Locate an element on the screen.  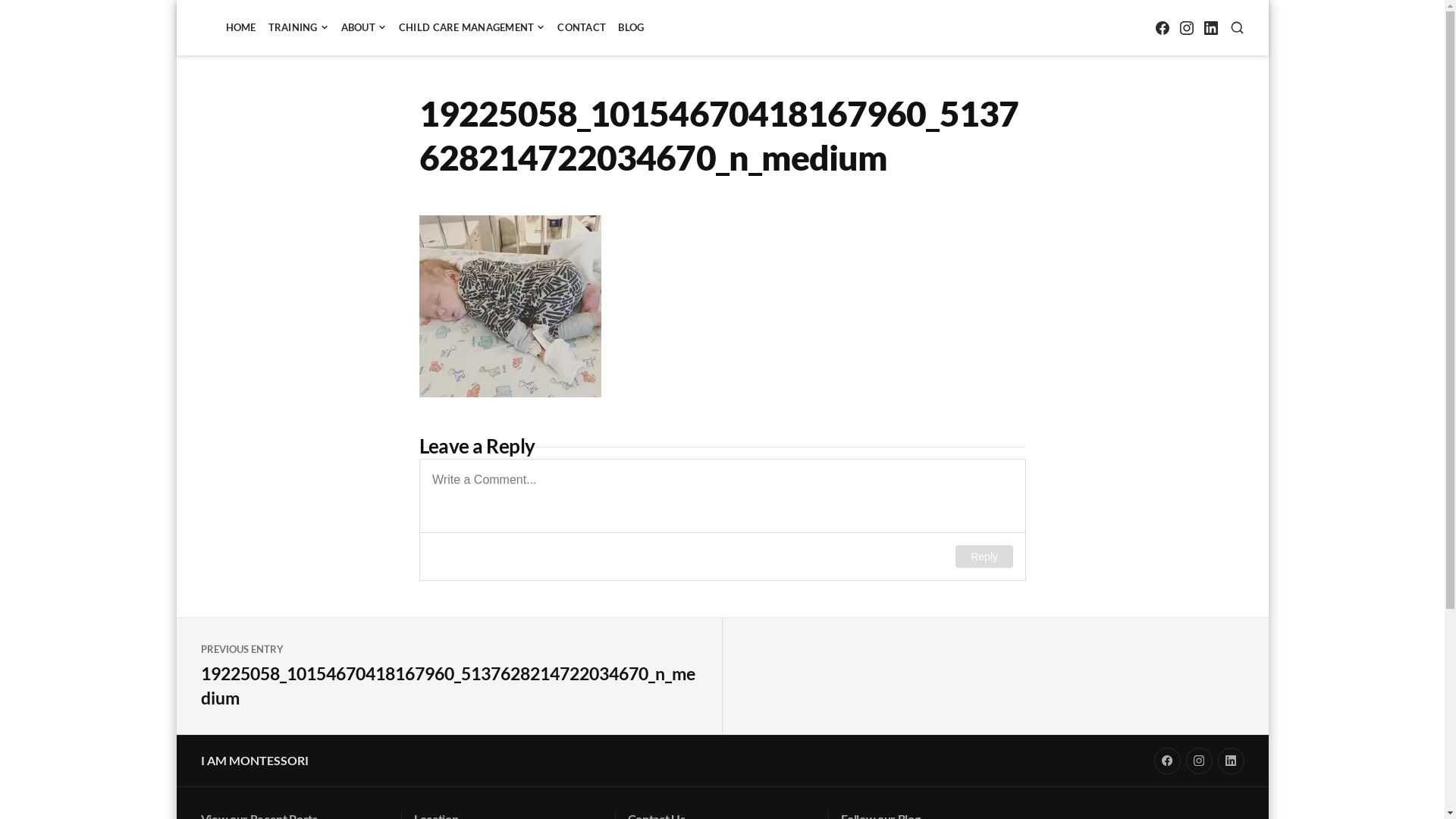
'BLOG' is located at coordinates (630, 27).